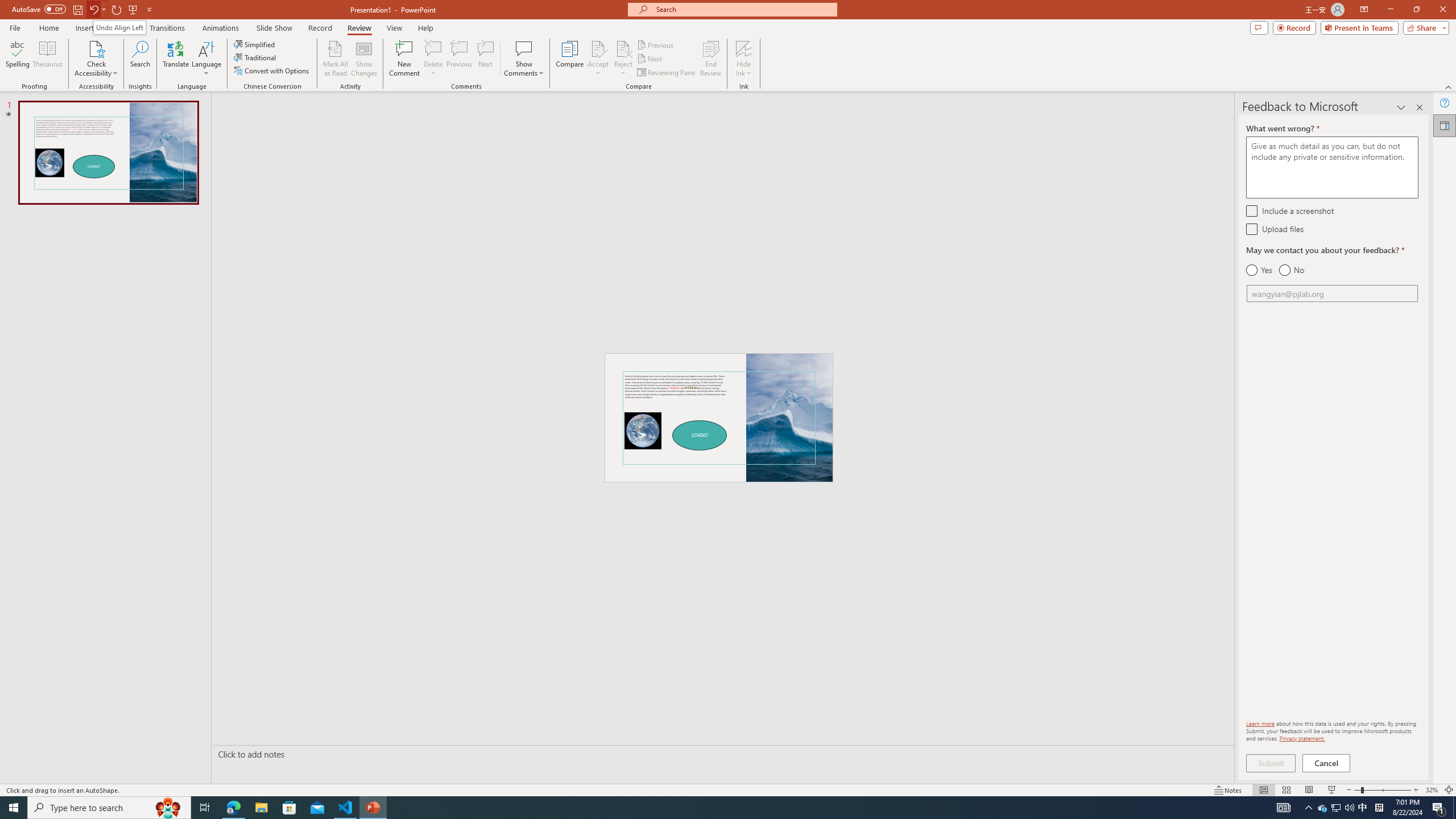 This screenshot has height=819, width=1456. What do you see at coordinates (47, 59) in the screenshot?
I see `'Thesaurus...'` at bounding box center [47, 59].